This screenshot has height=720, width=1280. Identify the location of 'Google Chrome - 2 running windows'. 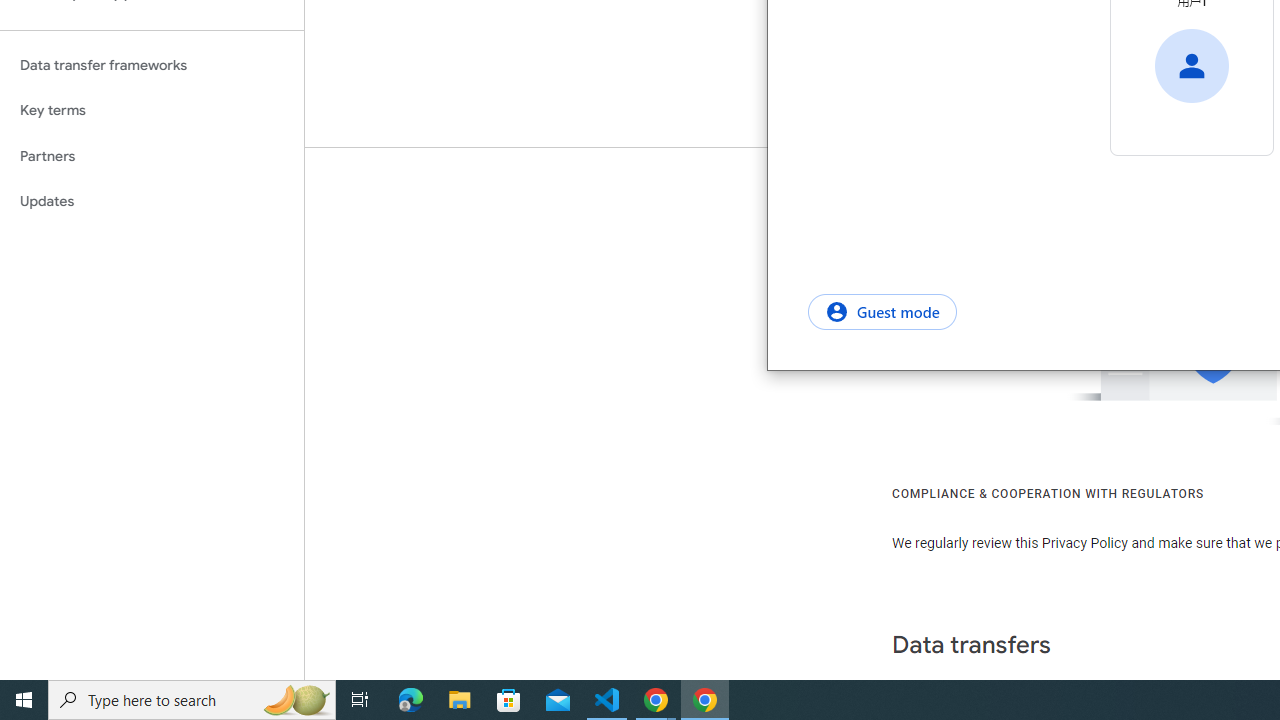
(656, 698).